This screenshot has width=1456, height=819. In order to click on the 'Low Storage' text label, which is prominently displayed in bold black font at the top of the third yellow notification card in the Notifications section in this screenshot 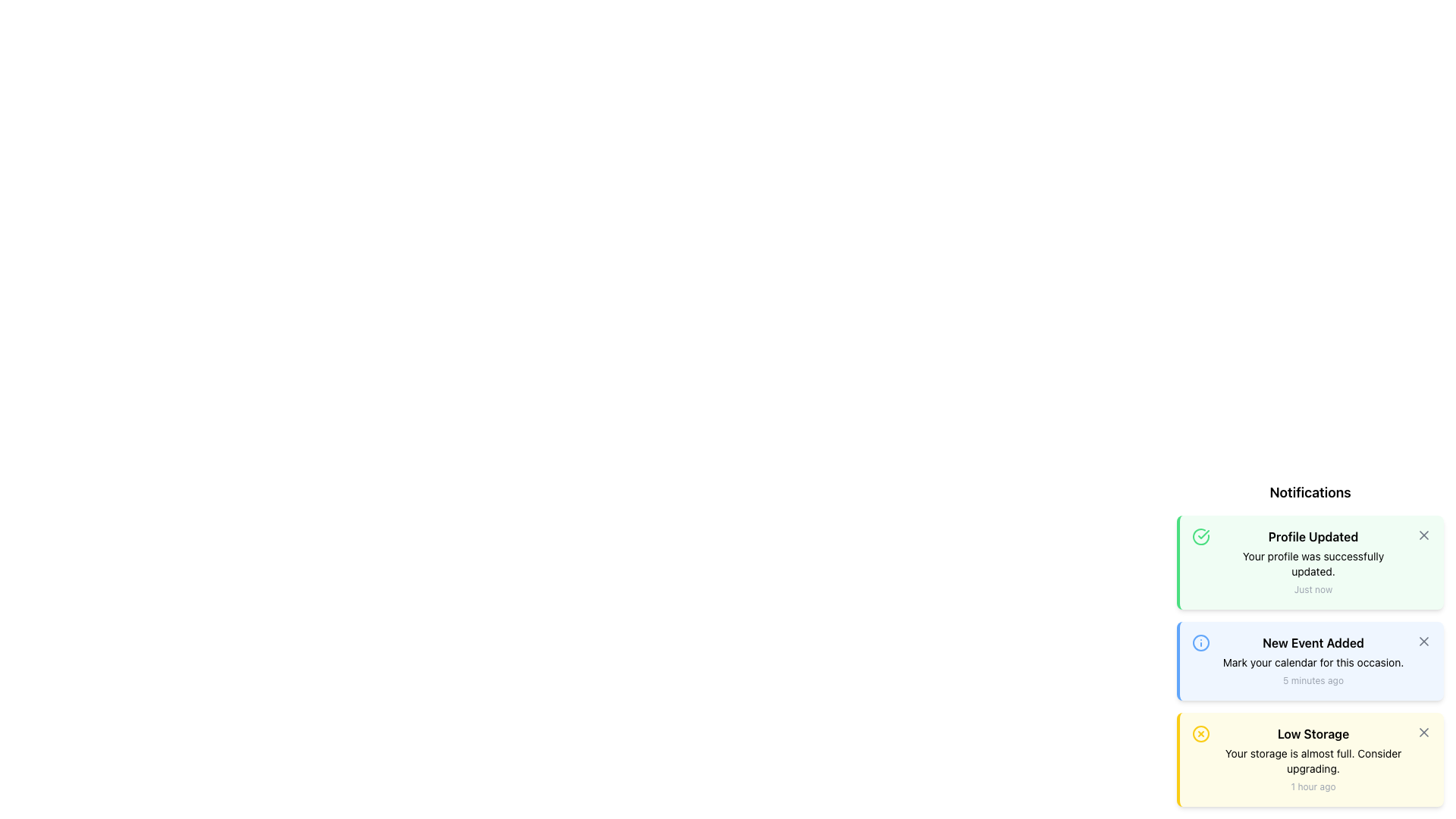, I will do `click(1313, 733)`.